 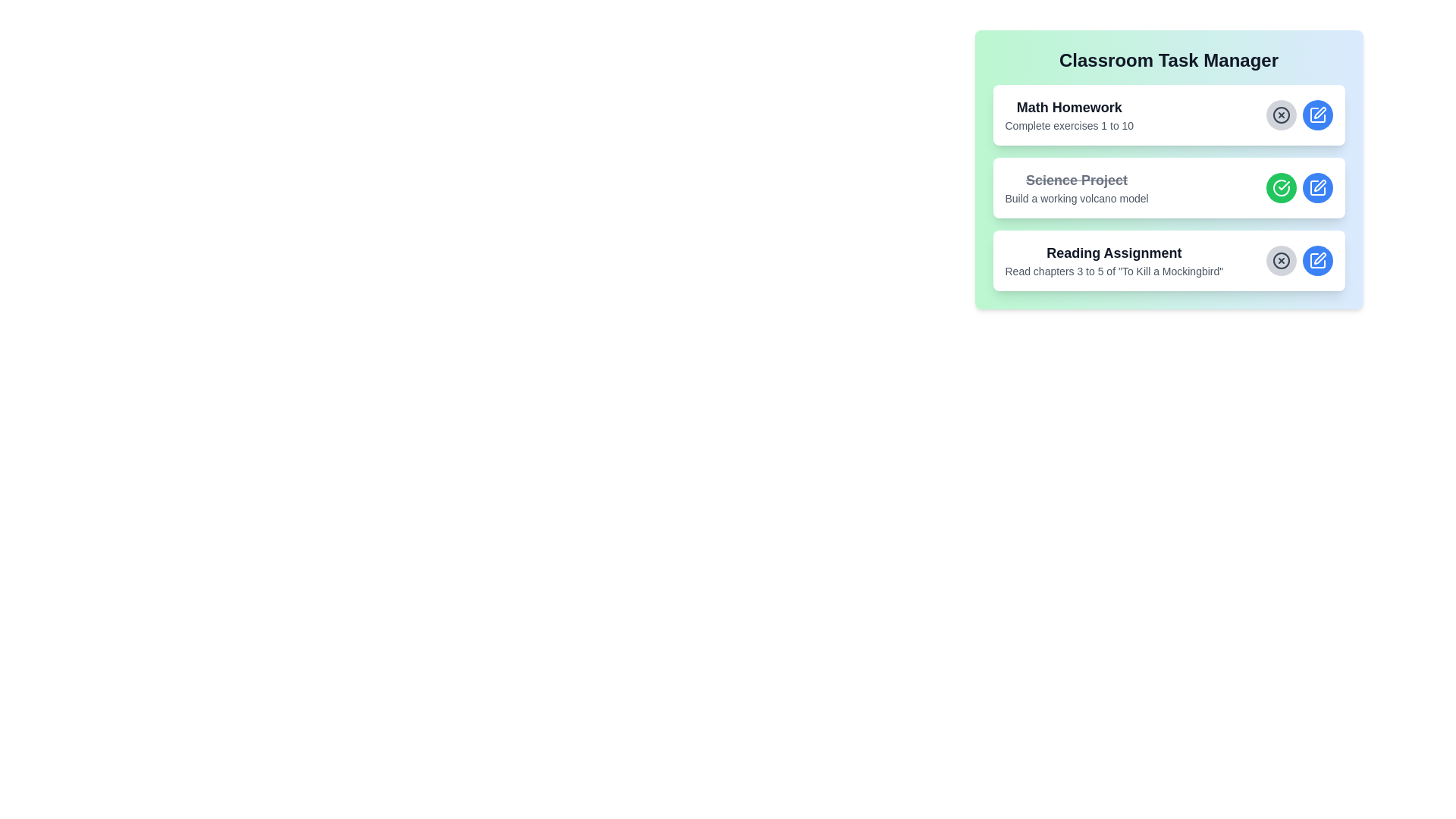 What do you see at coordinates (1316, 259) in the screenshot?
I see `edit button for the task with the title Reading Assignment` at bounding box center [1316, 259].